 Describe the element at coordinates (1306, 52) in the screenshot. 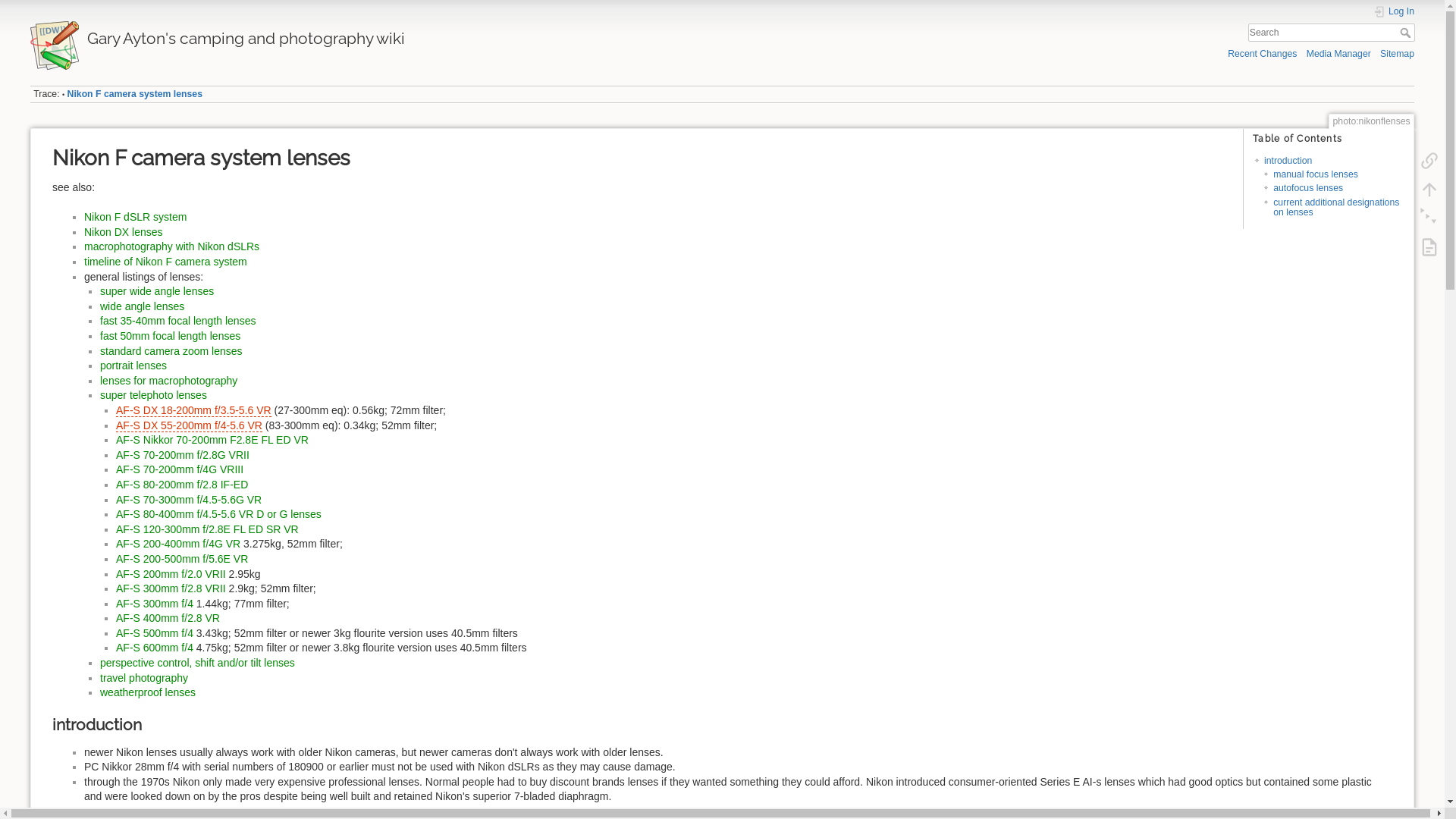

I see `'Media Manager'` at that location.